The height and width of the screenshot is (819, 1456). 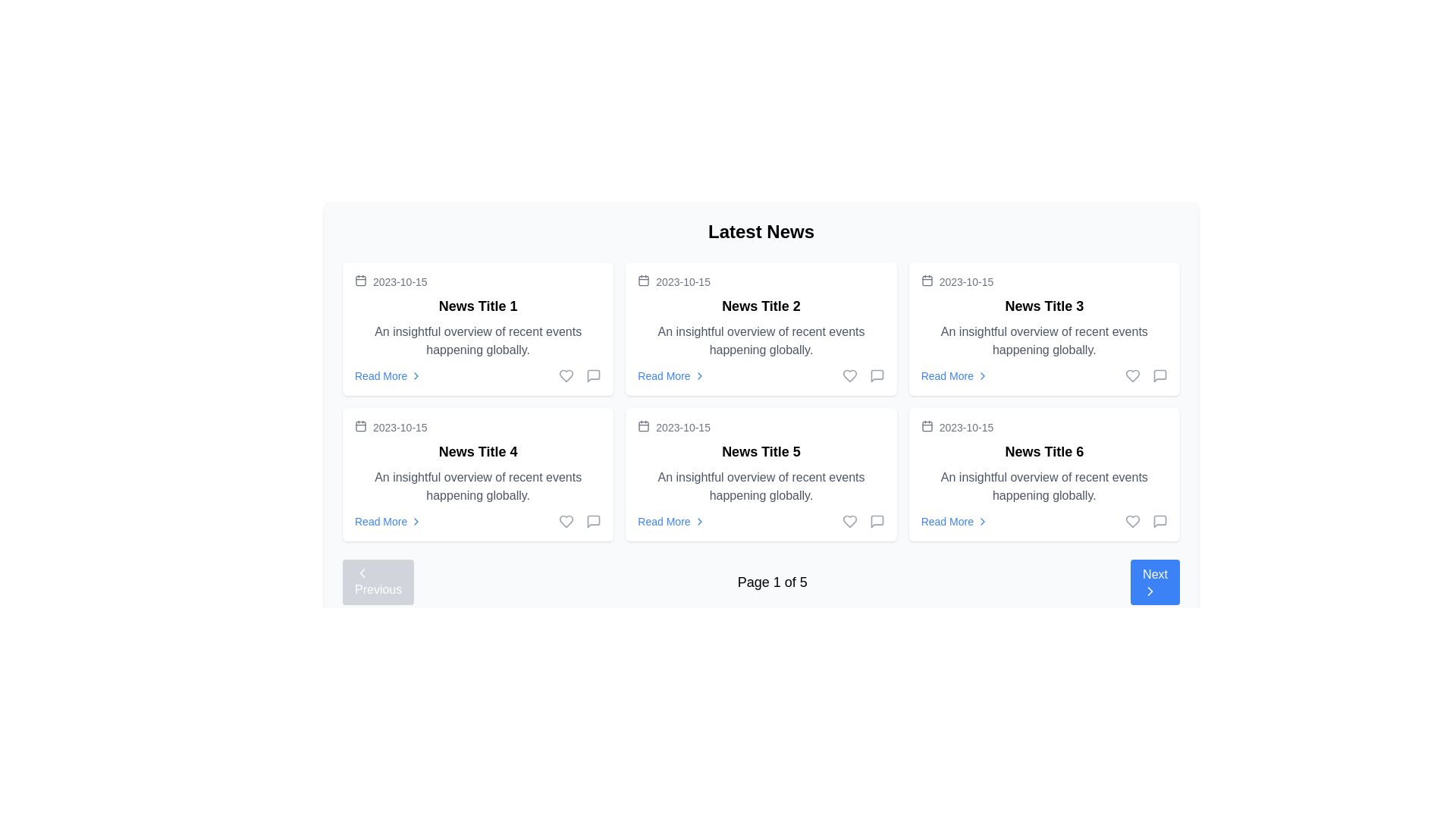 What do you see at coordinates (698, 520) in the screenshot?
I see `the right-pointing arrow icon adjacent to the 'Read More' text in the card titled 'News Title 5'` at bounding box center [698, 520].